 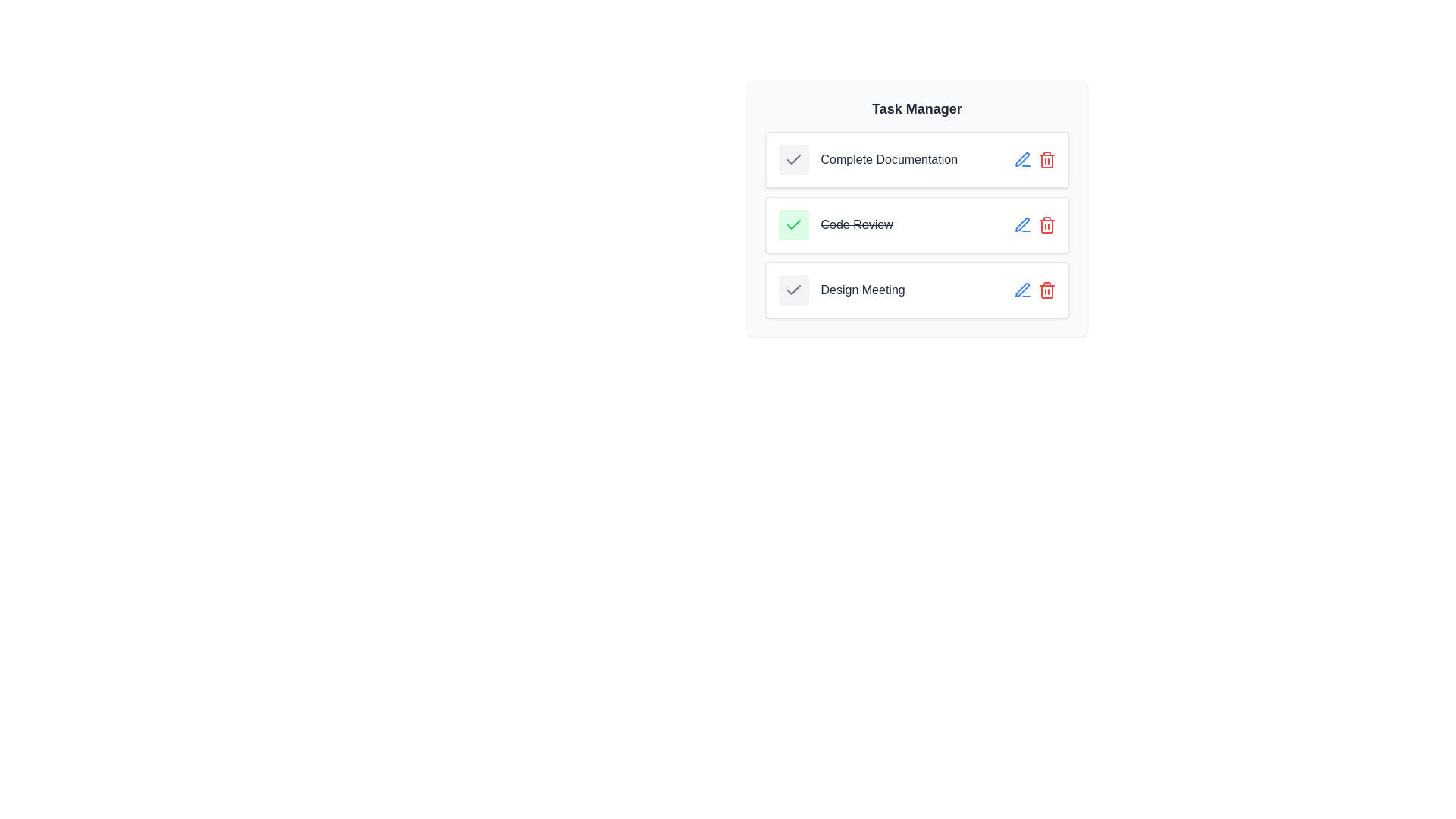 What do you see at coordinates (792, 290) in the screenshot?
I see `the checkmark icon styled with a light gray rectangular background and rounded corners in the 'Design Meeting' row` at bounding box center [792, 290].